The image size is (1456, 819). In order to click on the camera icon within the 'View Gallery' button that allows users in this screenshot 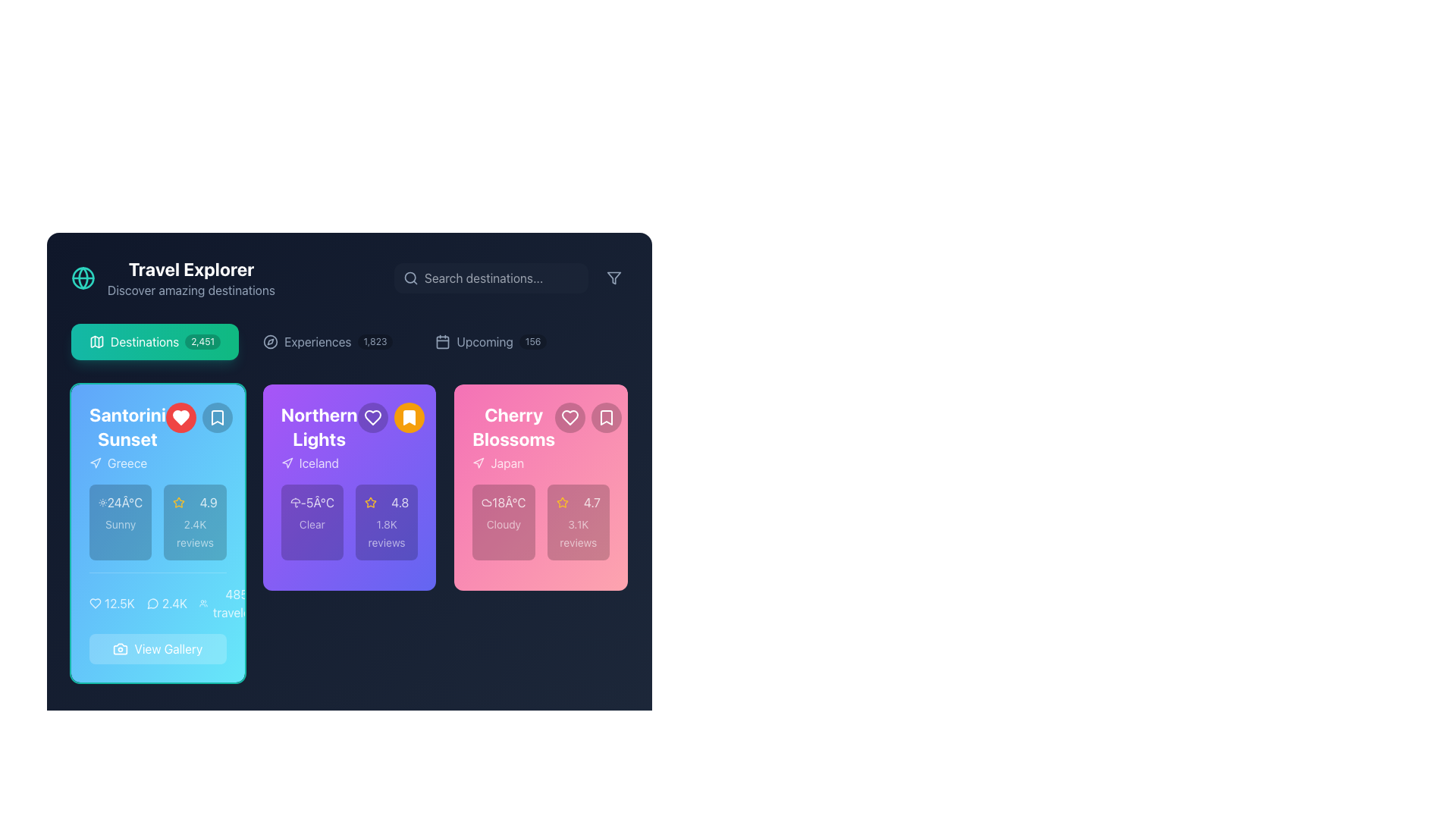, I will do `click(120, 648)`.